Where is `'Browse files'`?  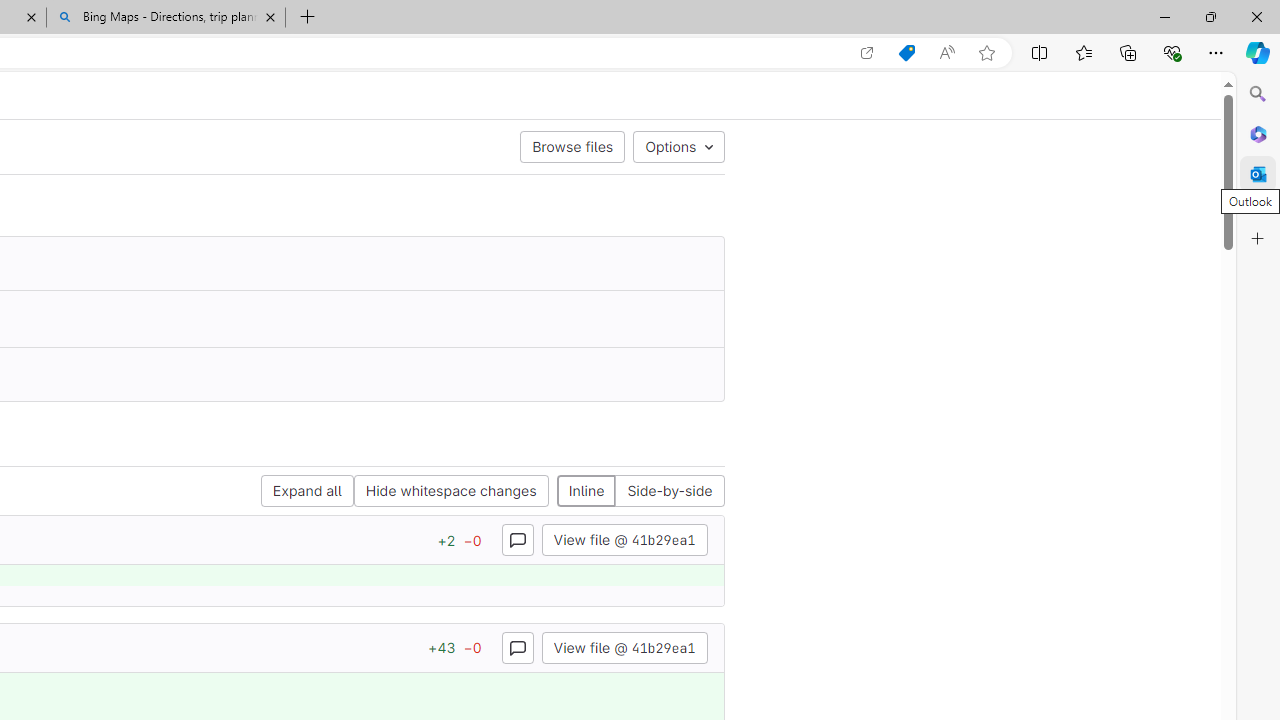
'Browse files' is located at coordinates (571, 145).